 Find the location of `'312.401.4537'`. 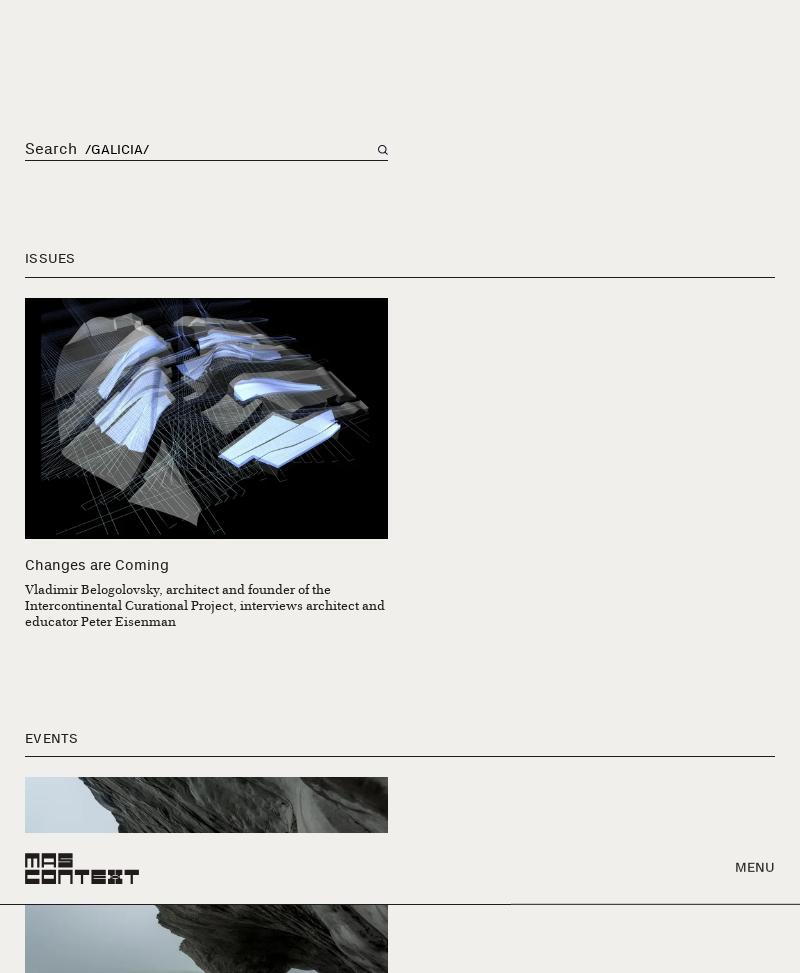

'312.401.4537' is located at coordinates (24, 947).